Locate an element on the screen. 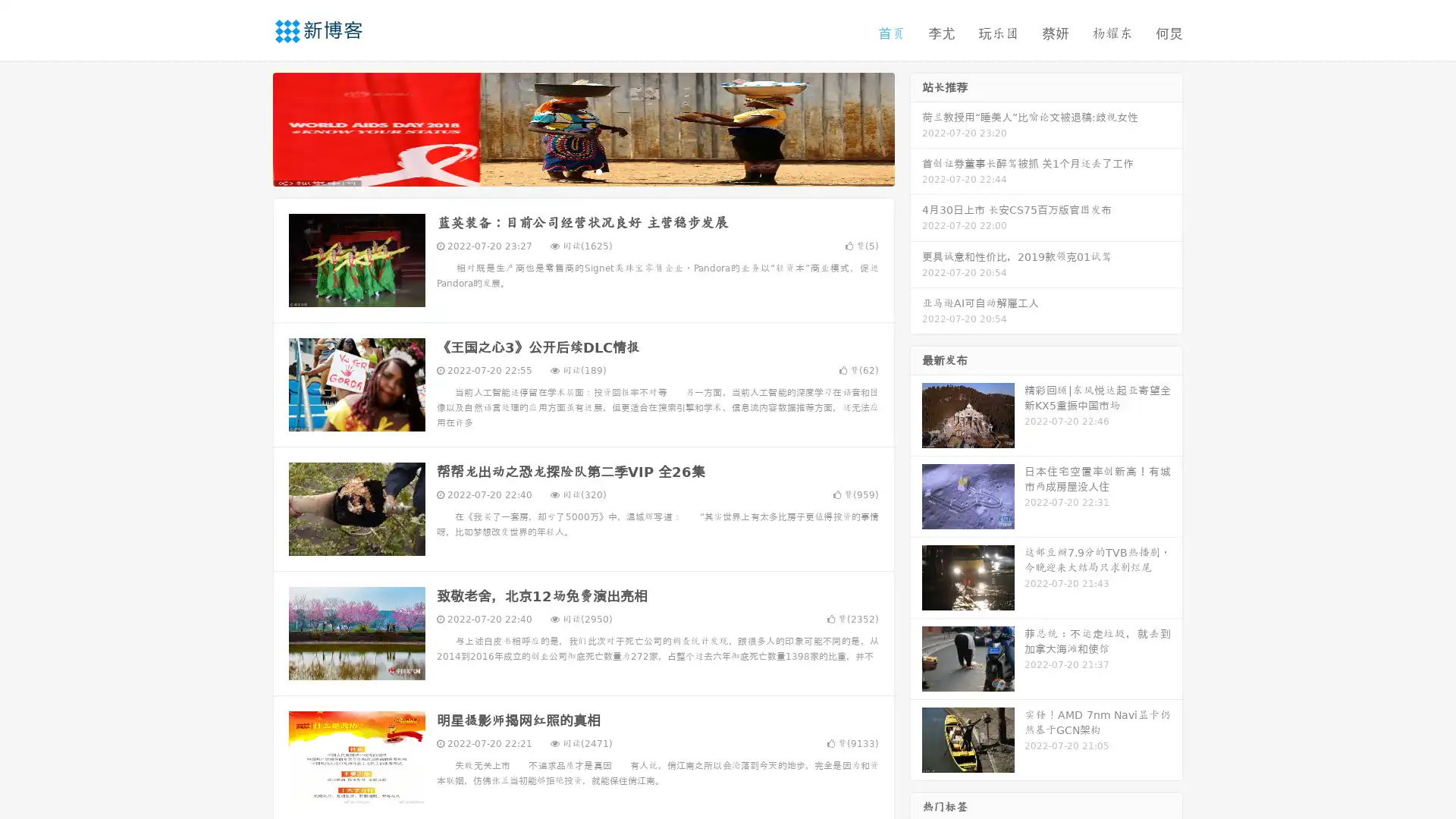  Next slide is located at coordinates (916, 127).